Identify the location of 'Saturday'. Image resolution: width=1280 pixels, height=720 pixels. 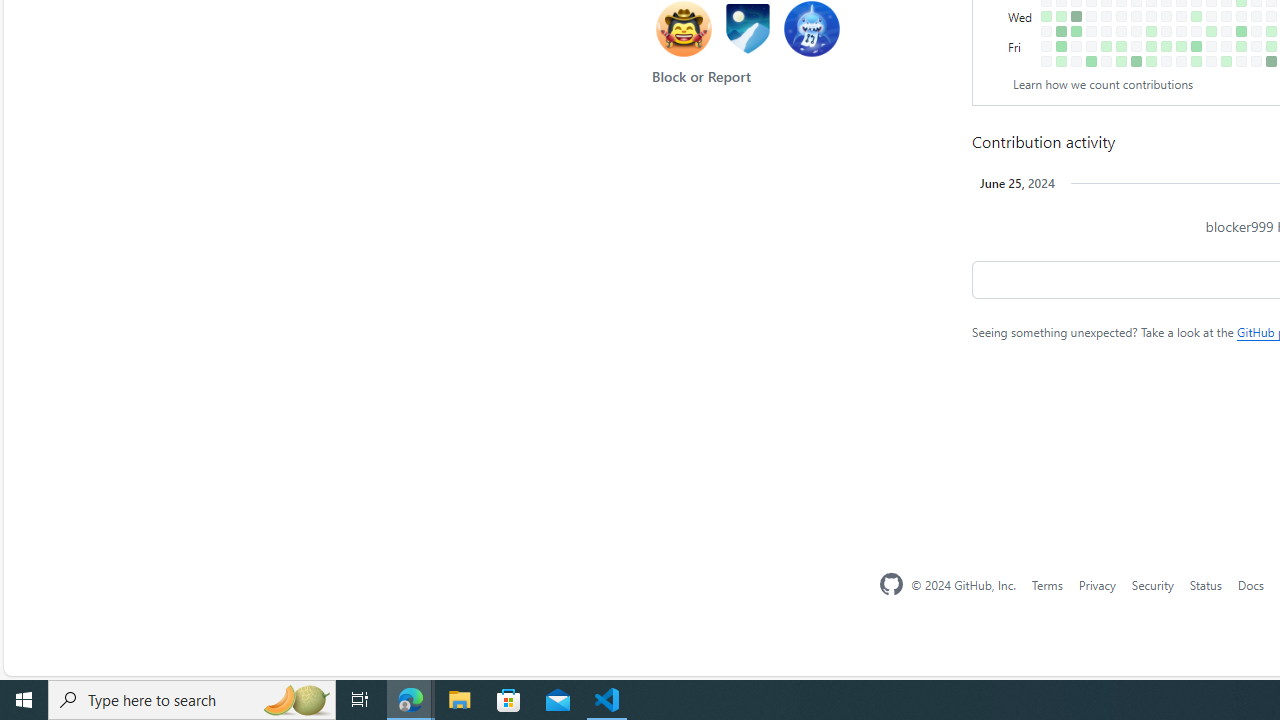
(1022, 60).